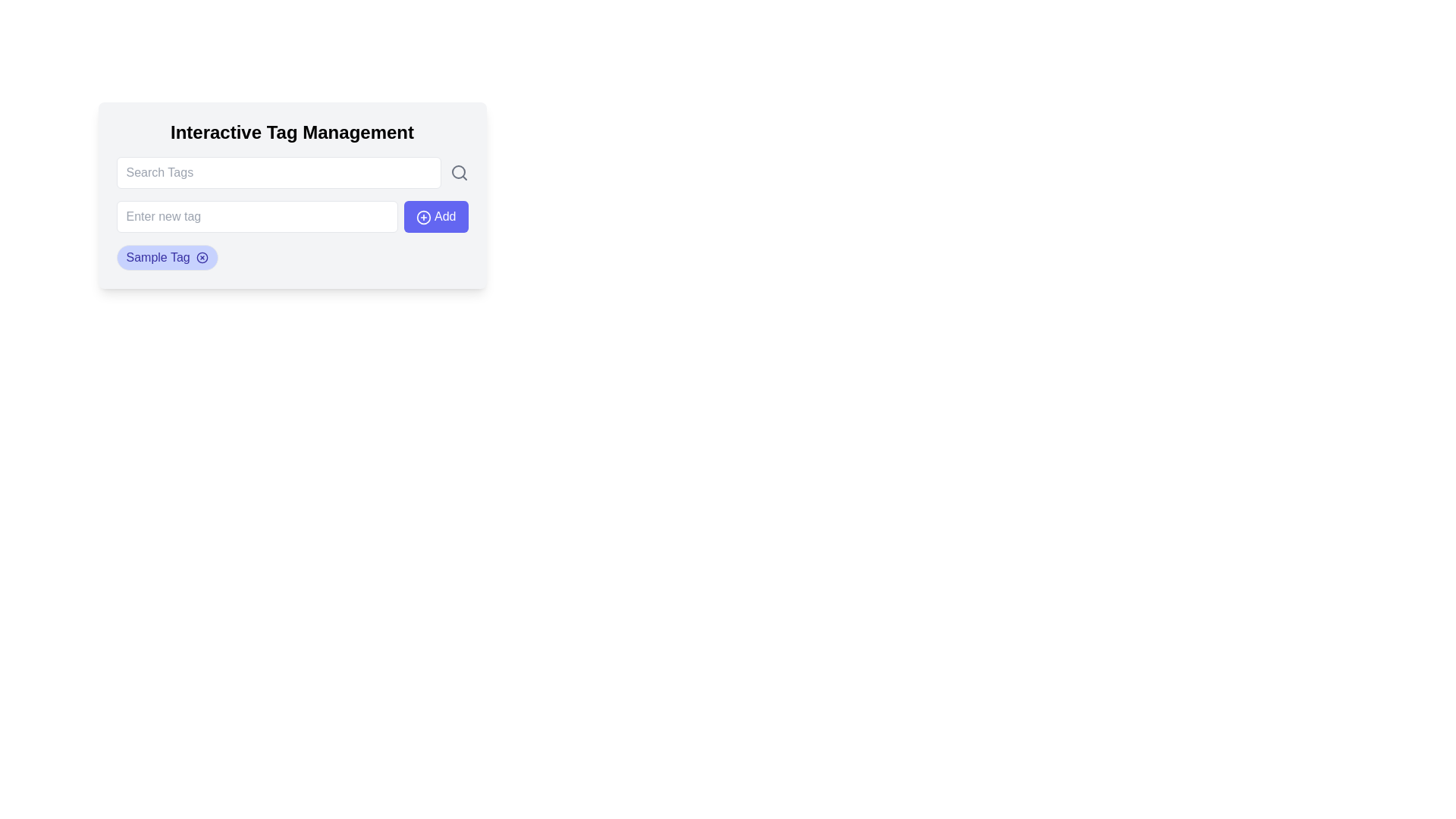 The image size is (1456, 819). What do you see at coordinates (457, 171) in the screenshot?
I see `the circle element that represents the magnifying glass icon, which is located near the center of the search icon adjacent to the 'Search Tags' input field` at bounding box center [457, 171].